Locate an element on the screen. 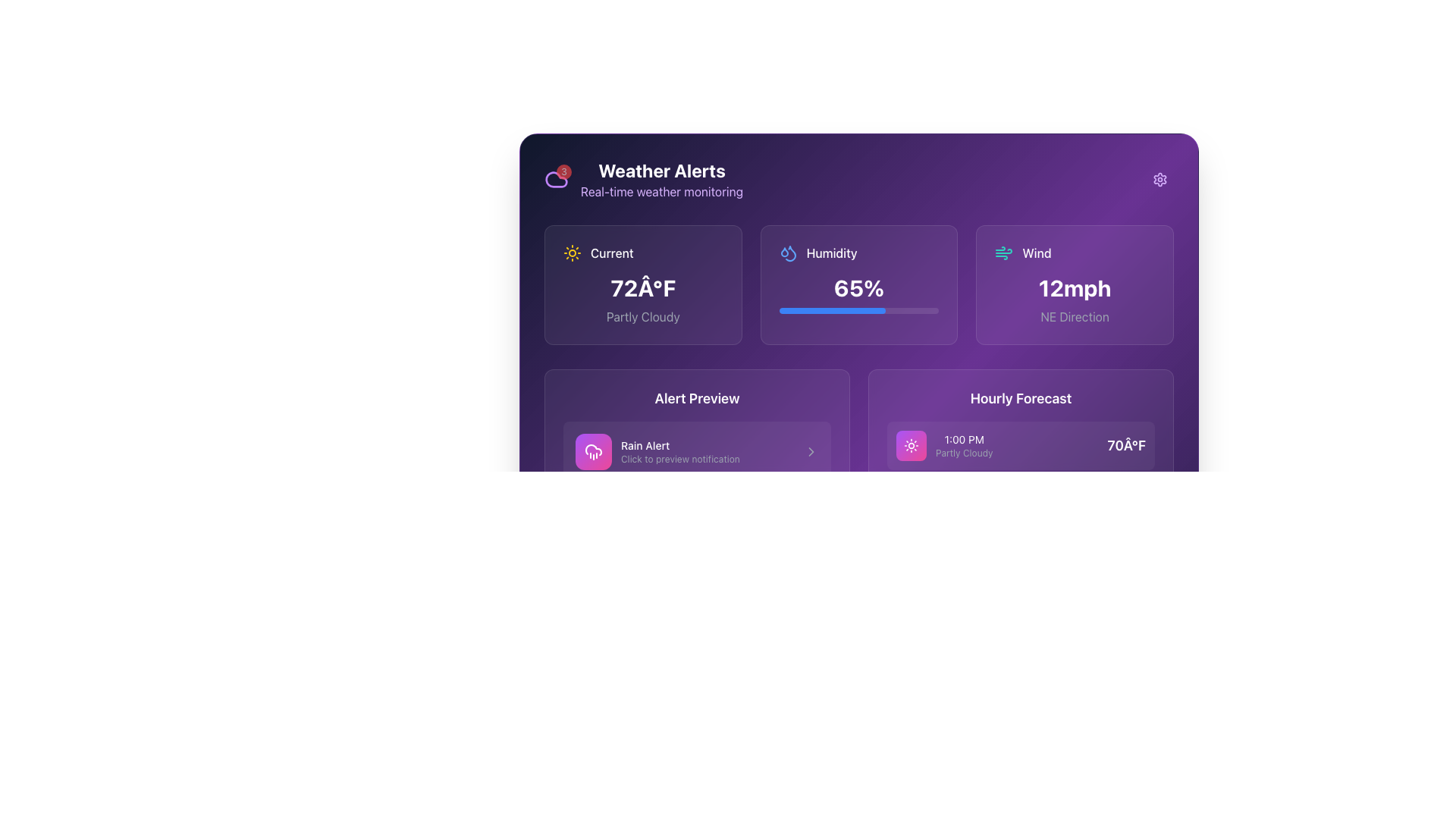 Image resolution: width=1456 pixels, height=819 pixels. the time label '1:00 PM' in white text is located at coordinates (943, 444).